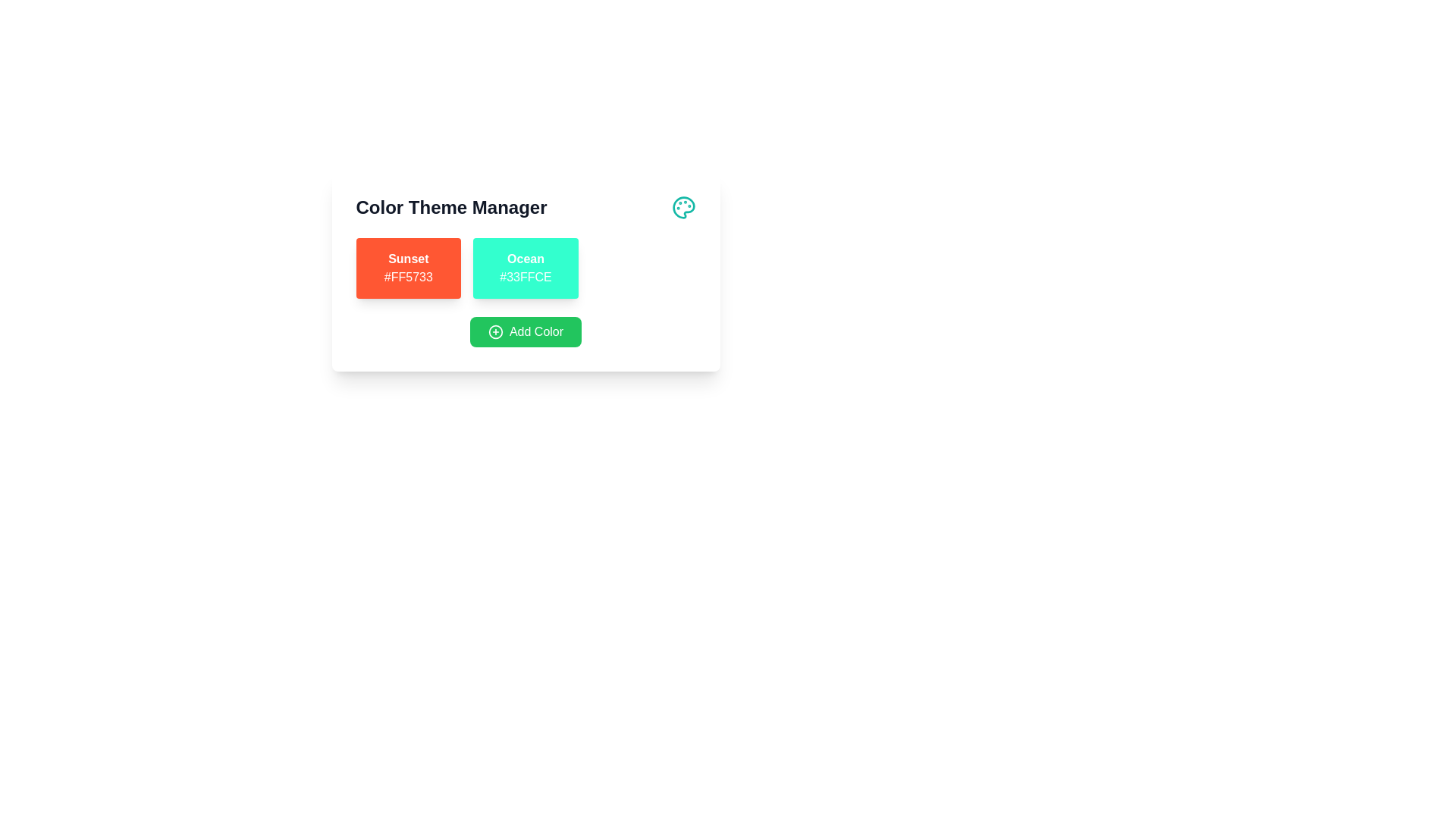 The height and width of the screenshot is (819, 1456). Describe the element at coordinates (408, 259) in the screenshot. I see `the Text label representing the color theme named 'Sunset', positioned above the text '#FF5733' in the upper section of the card component` at that location.